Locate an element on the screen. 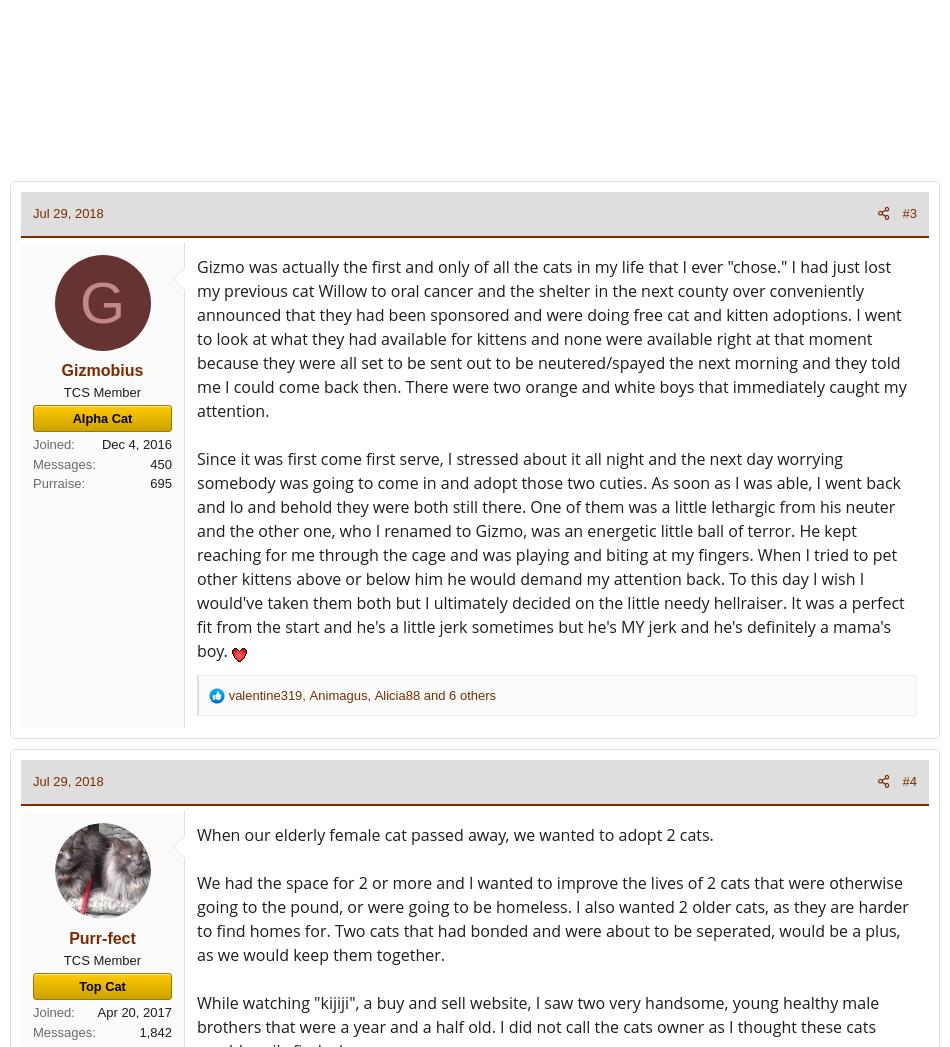 Image resolution: width=950 pixels, height=1047 pixels. 'and 6 others' is located at coordinates (456, 693).